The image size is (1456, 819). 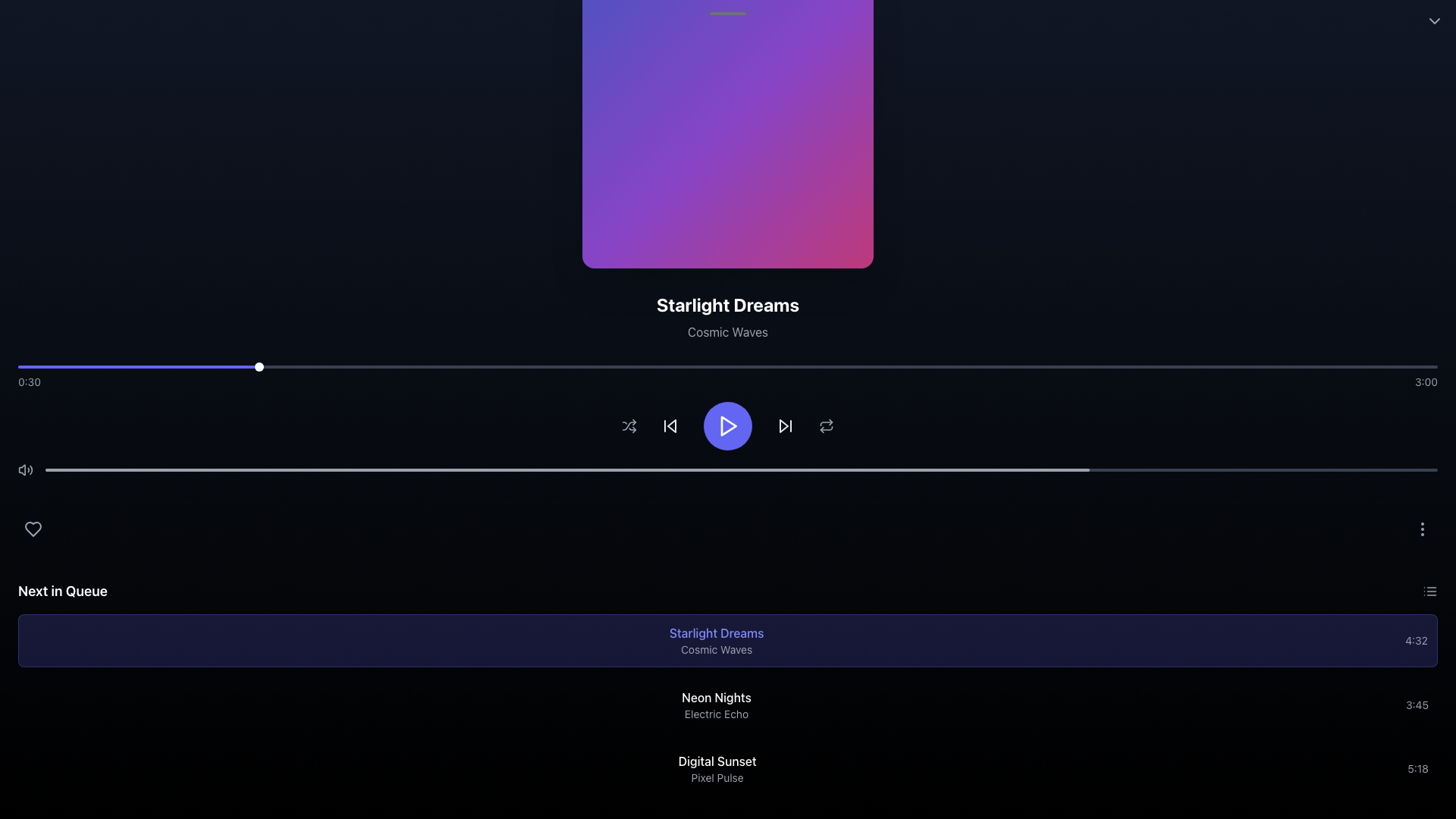 I want to click on the List item labeled 'Digital Sunset', so click(x=728, y=769).